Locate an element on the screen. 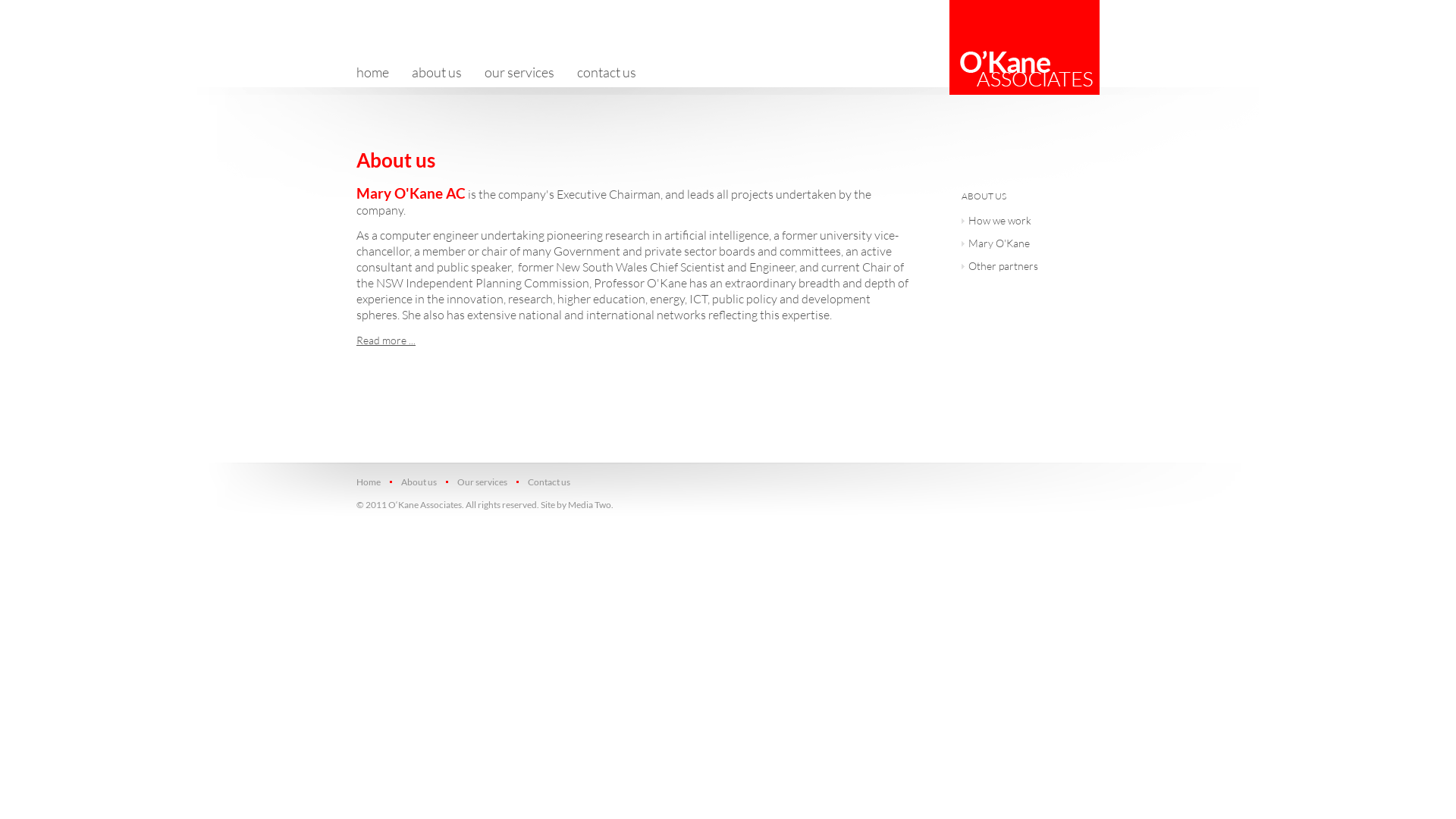  'Other partners' is located at coordinates (1024, 267).